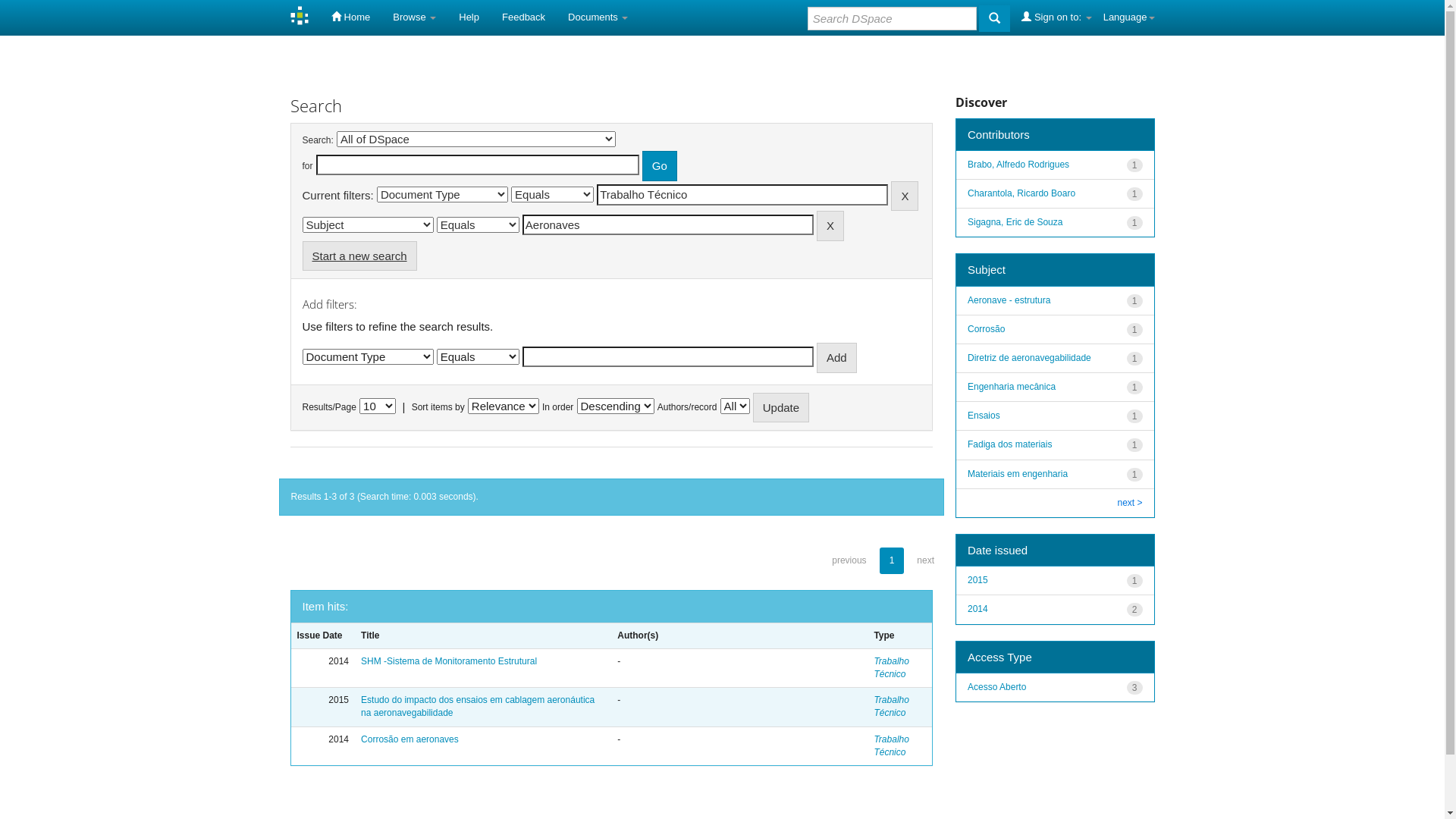 The image size is (1456, 819). What do you see at coordinates (597, 17) in the screenshot?
I see `'Documents'` at bounding box center [597, 17].